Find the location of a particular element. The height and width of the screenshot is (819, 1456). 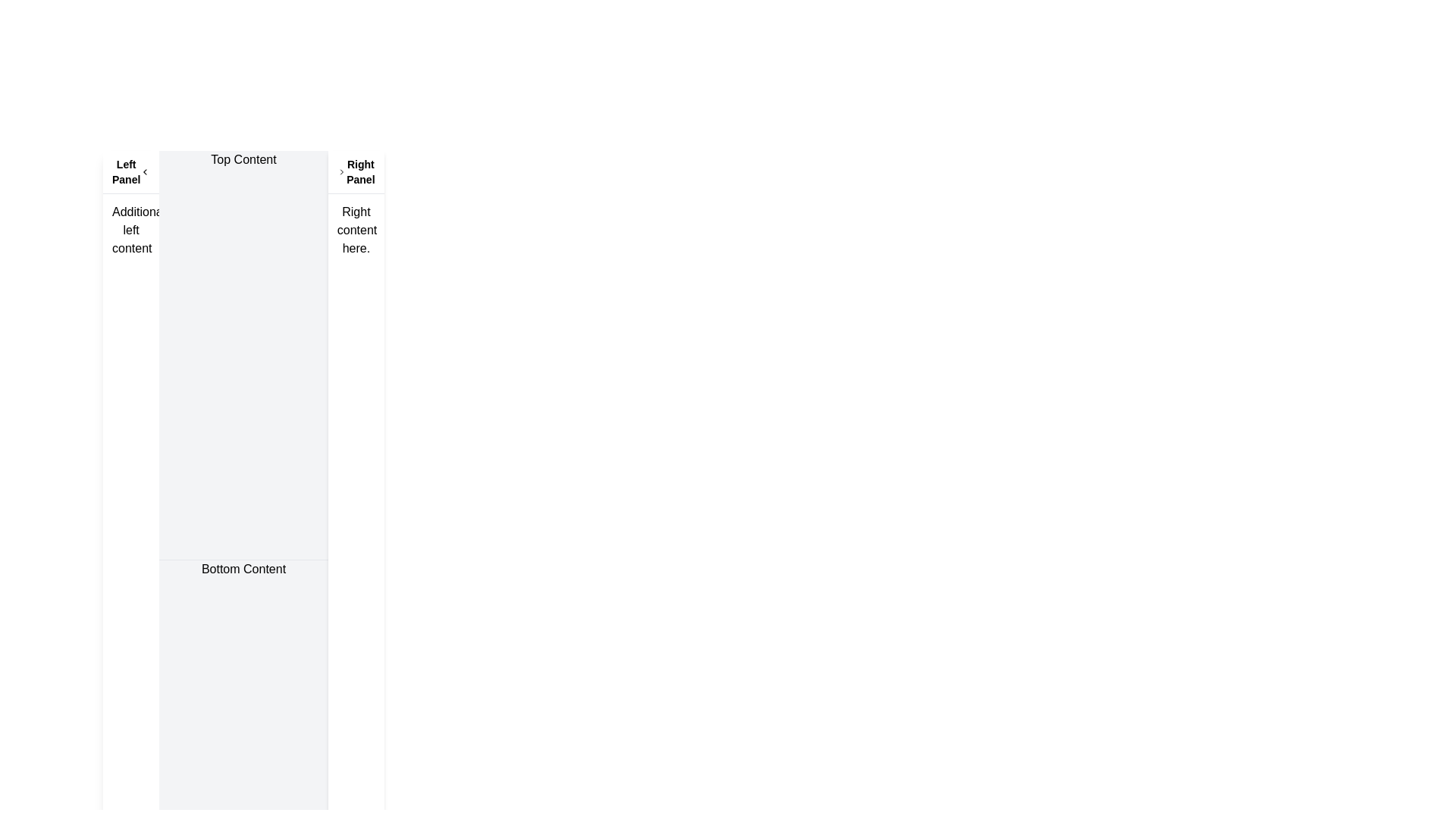

the right-facing chevron icon located in the top bar next to the text 'Right Panel' is located at coordinates (340, 171).